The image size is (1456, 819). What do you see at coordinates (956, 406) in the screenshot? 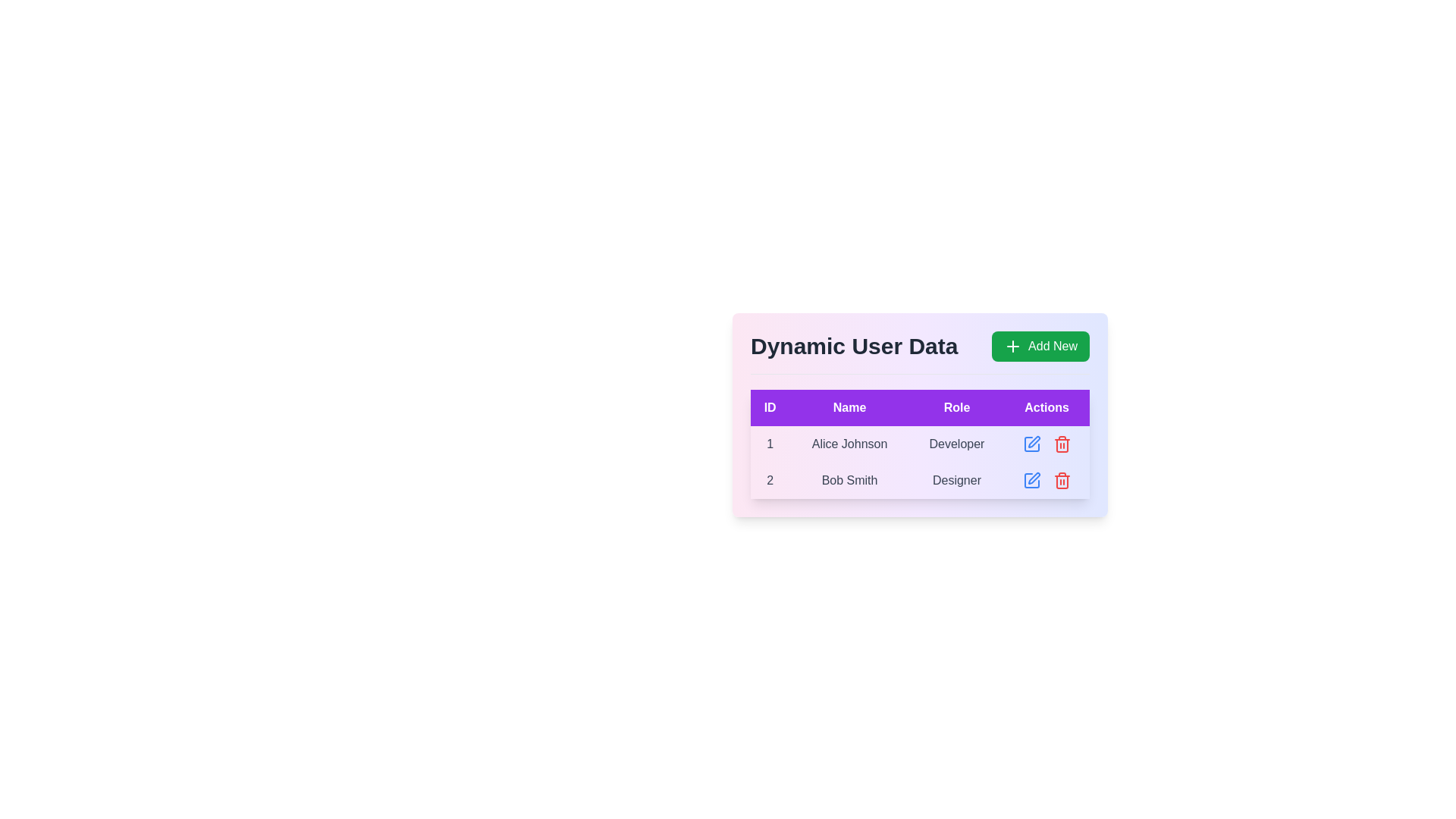
I see `the Table Header with the bold white text 'Role' that is a purple rectangular block, positioned as the third column header in the user data table` at bounding box center [956, 406].